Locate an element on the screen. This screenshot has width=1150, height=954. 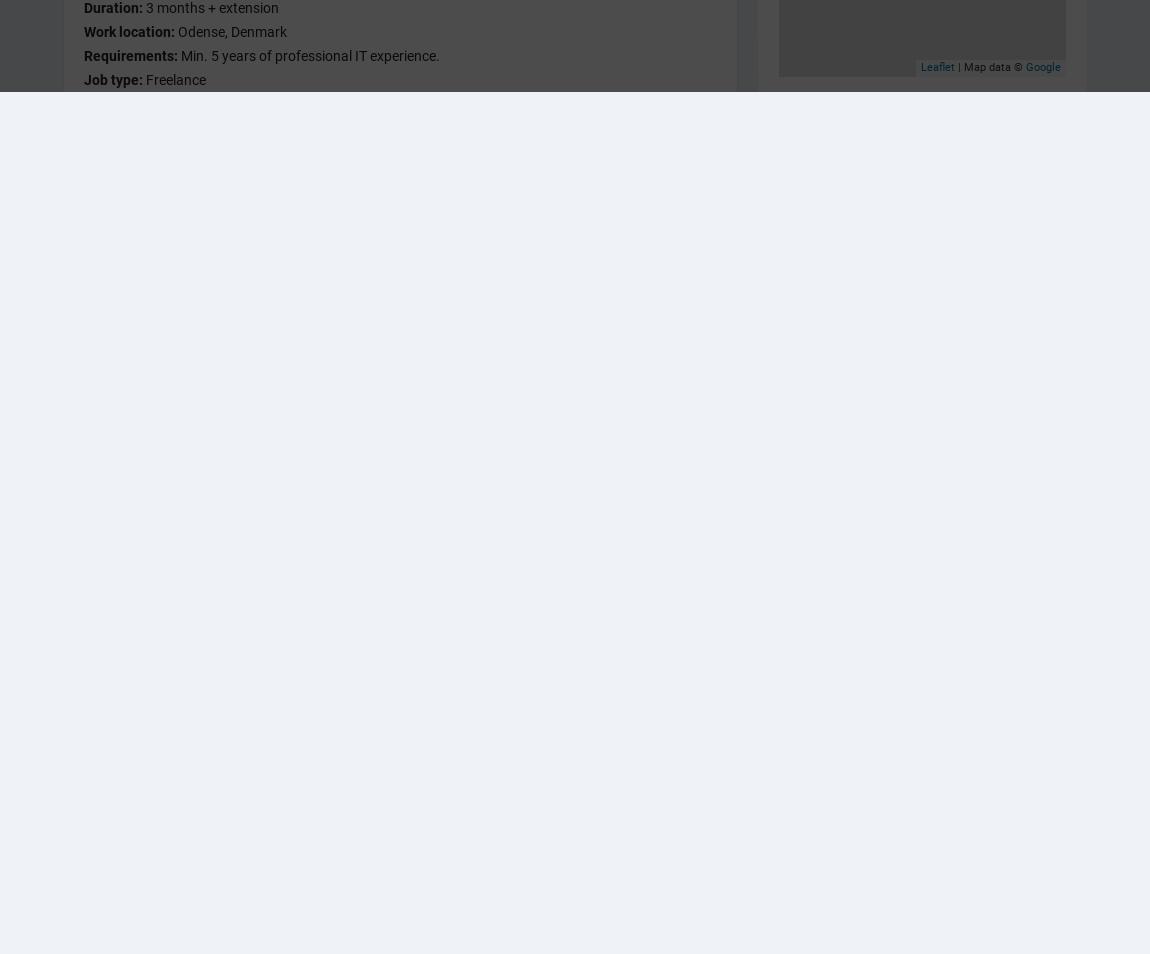
'Min. 5 years of professional IT experience.' is located at coordinates (309, 54).